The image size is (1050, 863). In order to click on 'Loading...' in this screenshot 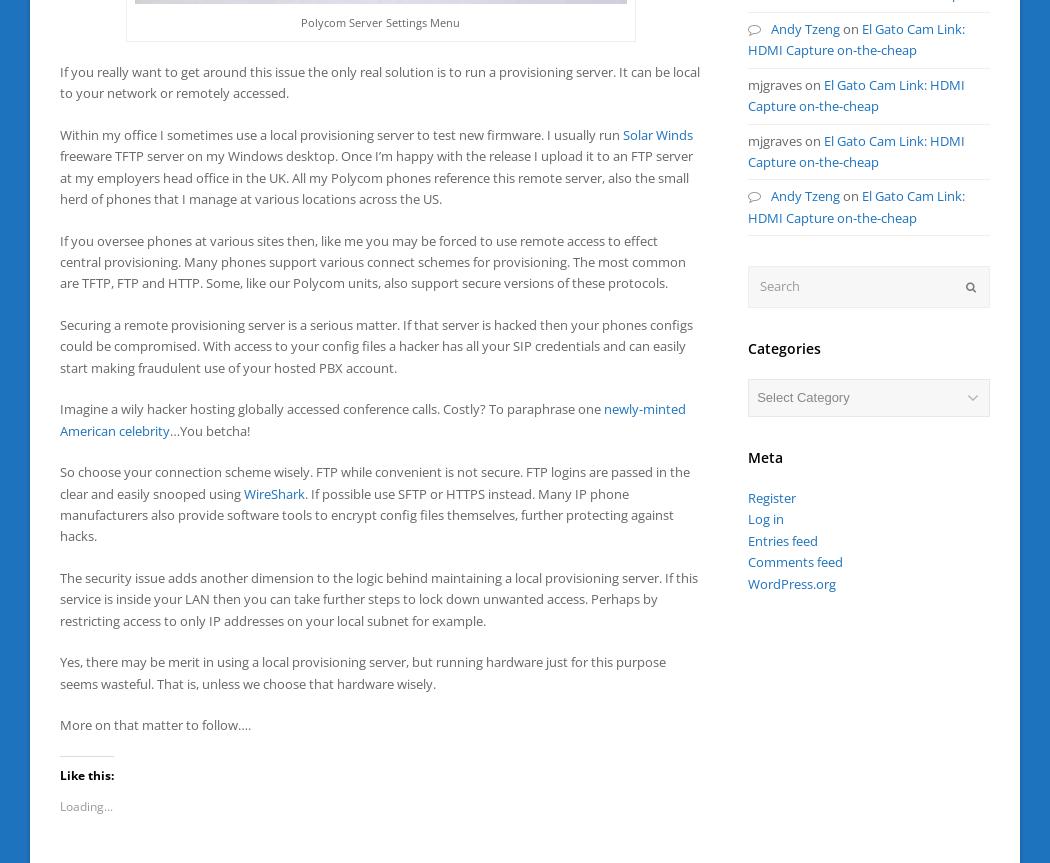, I will do `click(86, 804)`.